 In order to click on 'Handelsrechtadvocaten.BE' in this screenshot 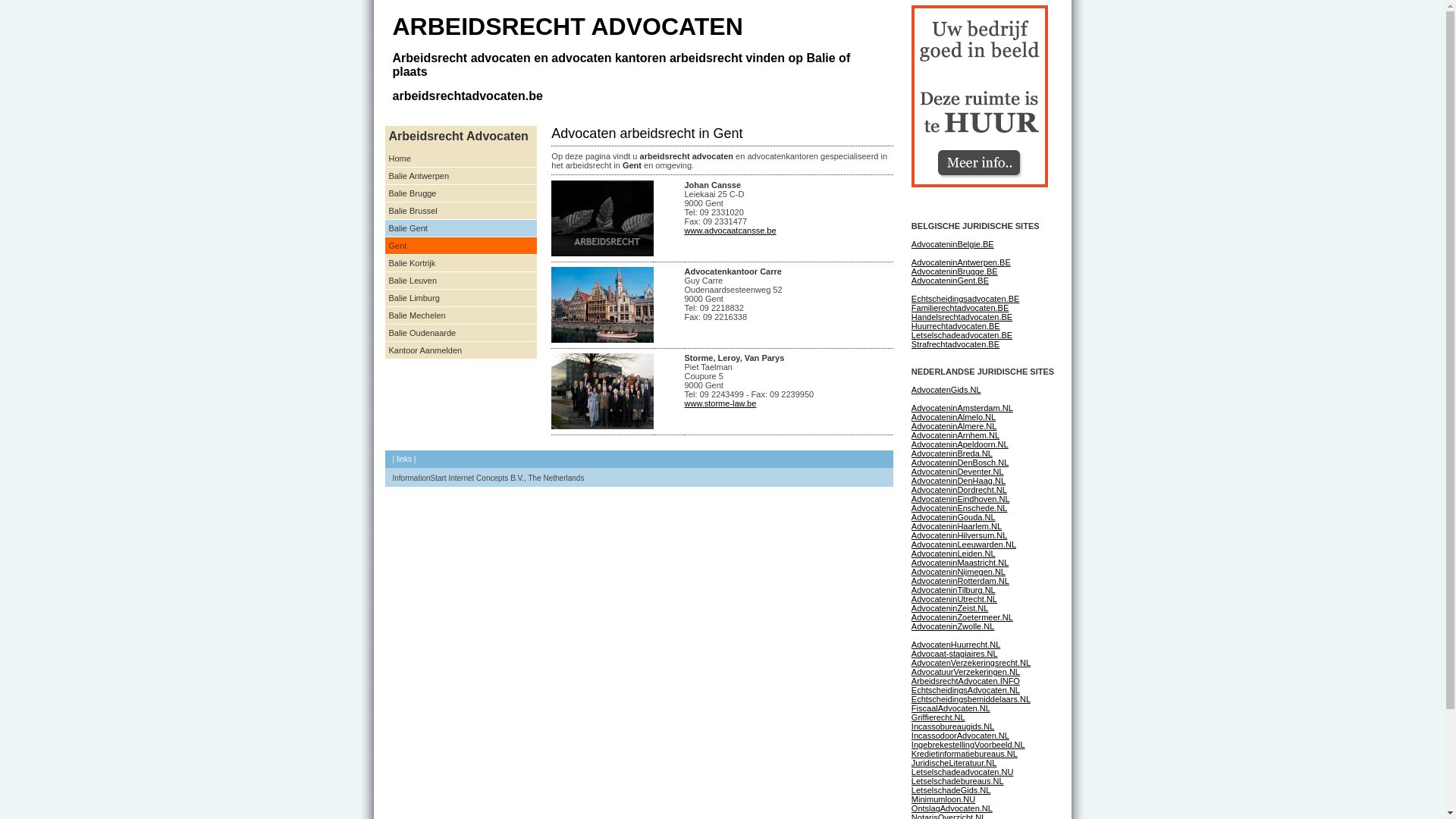, I will do `click(961, 315)`.